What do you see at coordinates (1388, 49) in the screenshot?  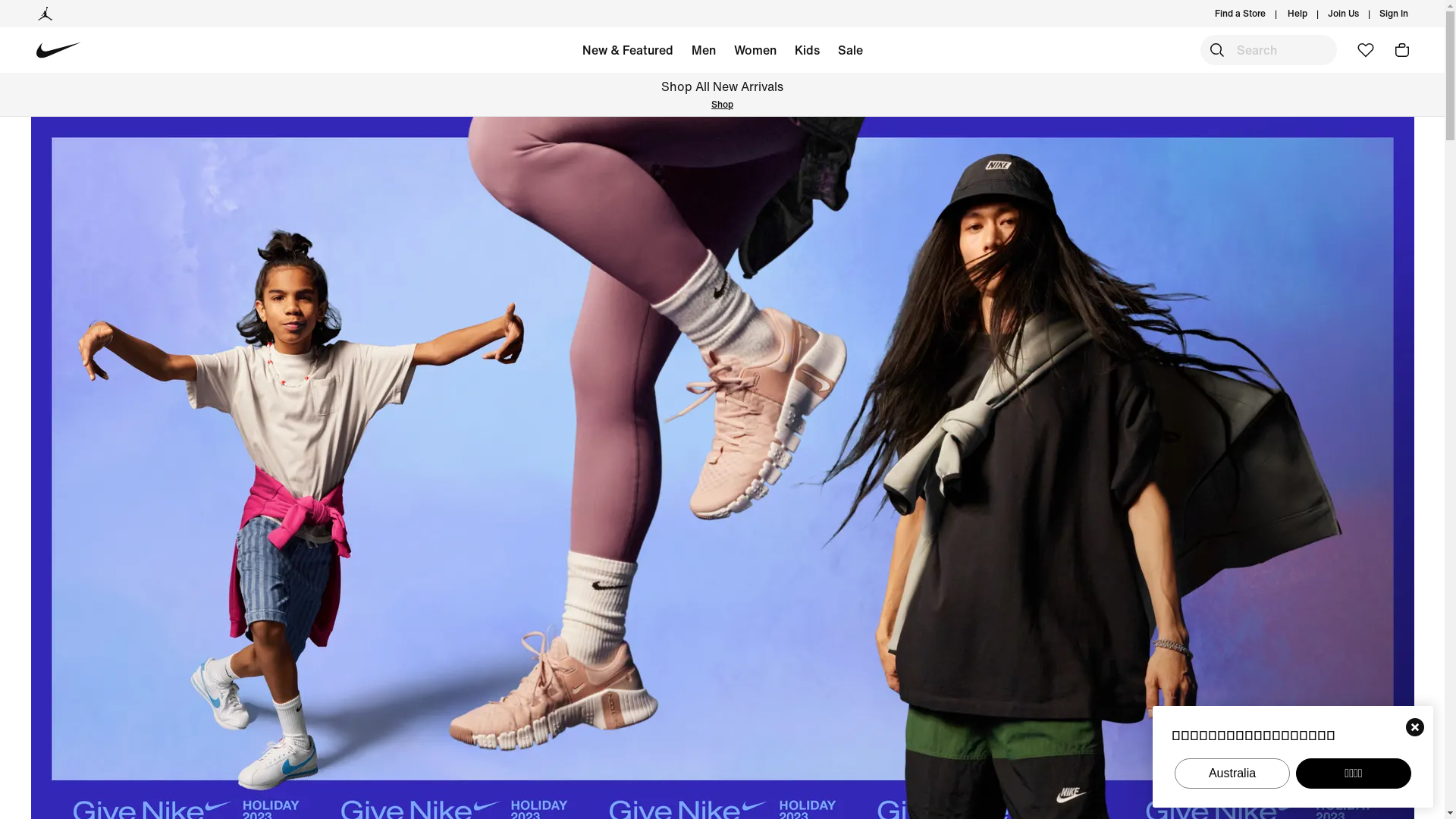 I see `'Bag Items: 0'` at bounding box center [1388, 49].